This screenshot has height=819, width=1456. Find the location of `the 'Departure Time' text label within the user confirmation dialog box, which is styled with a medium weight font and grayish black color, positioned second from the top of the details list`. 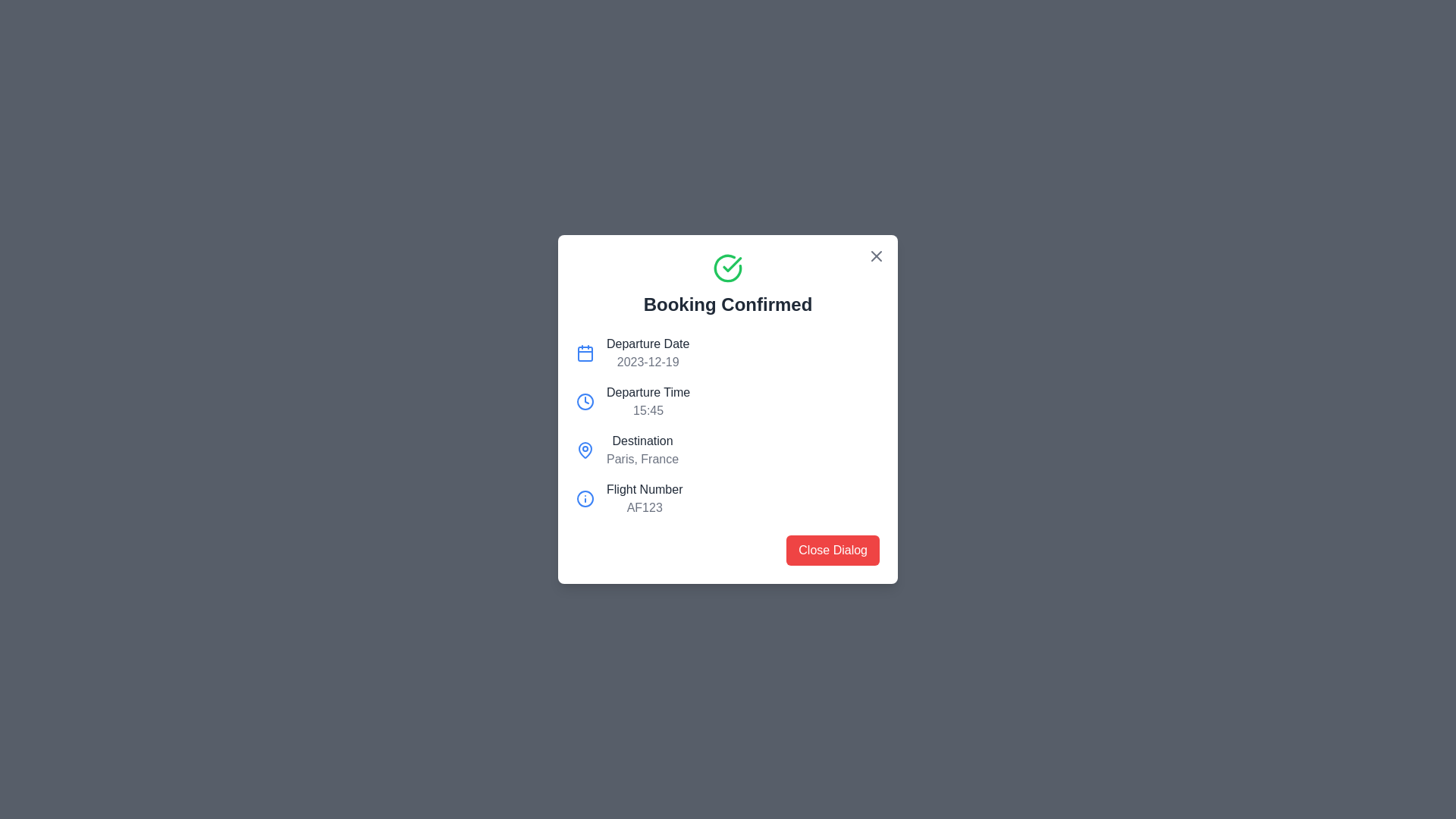

the 'Departure Time' text label within the user confirmation dialog box, which is styled with a medium weight font and grayish black color, positioned second from the top of the details list is located at coordinates (648, 391).